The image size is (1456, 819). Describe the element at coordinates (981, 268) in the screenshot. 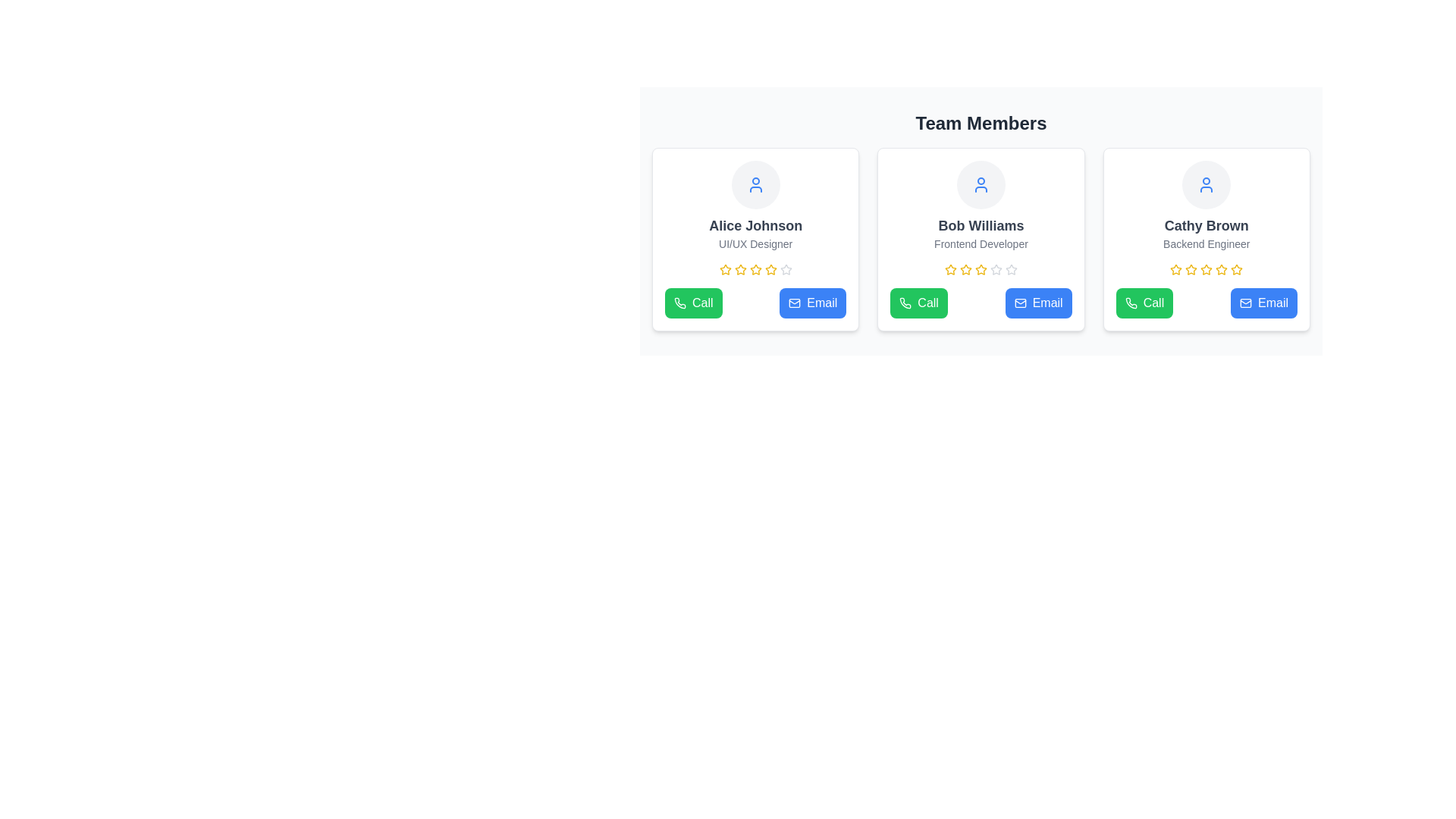

I see `the fourth yellow star icon in the rating system beneath the user profile 'Bob Williams, Frontend Developer.'` at that location.